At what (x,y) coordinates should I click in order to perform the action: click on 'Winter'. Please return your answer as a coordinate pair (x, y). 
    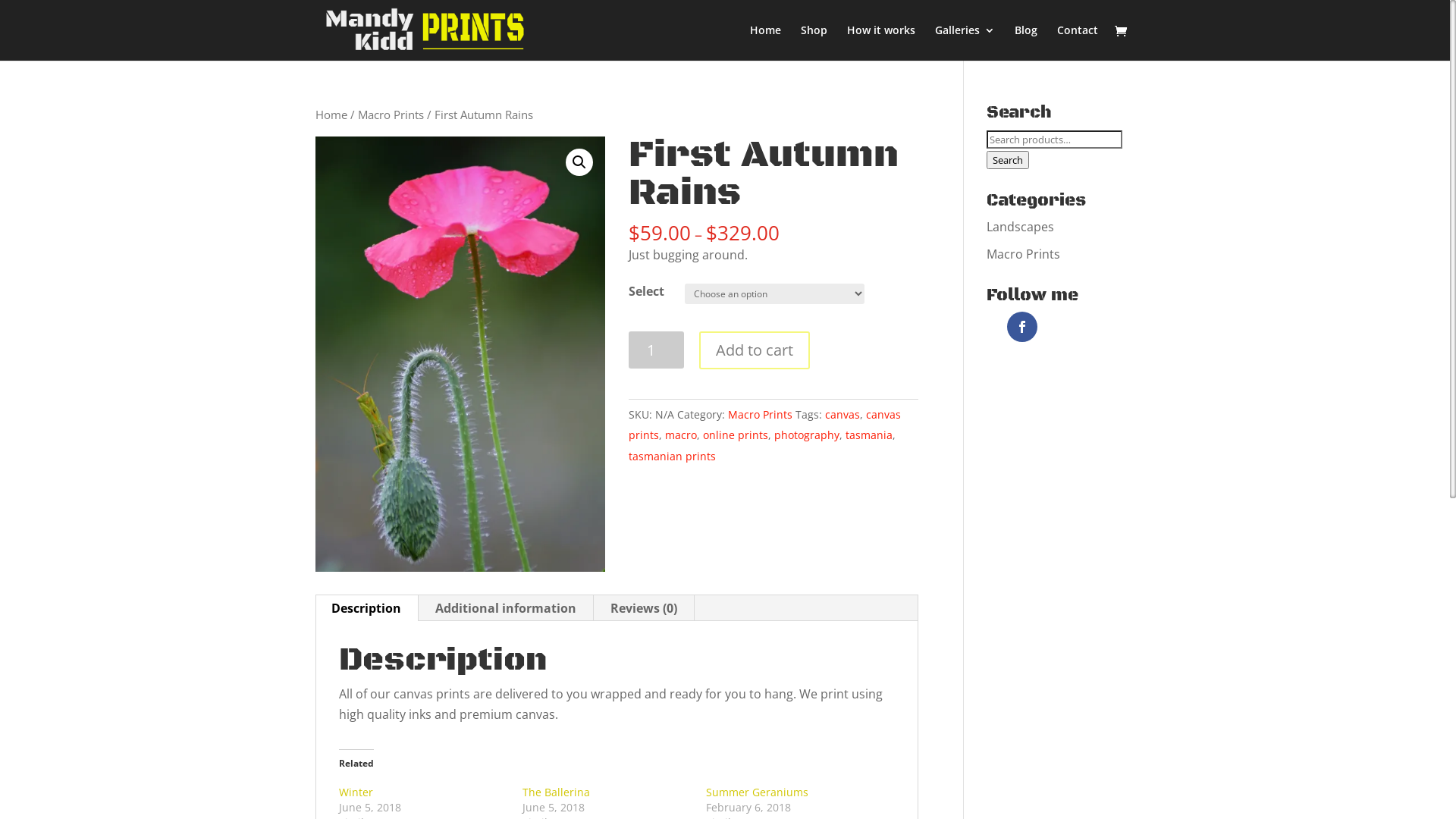
    Looking at the image, I should click on (337, 791).